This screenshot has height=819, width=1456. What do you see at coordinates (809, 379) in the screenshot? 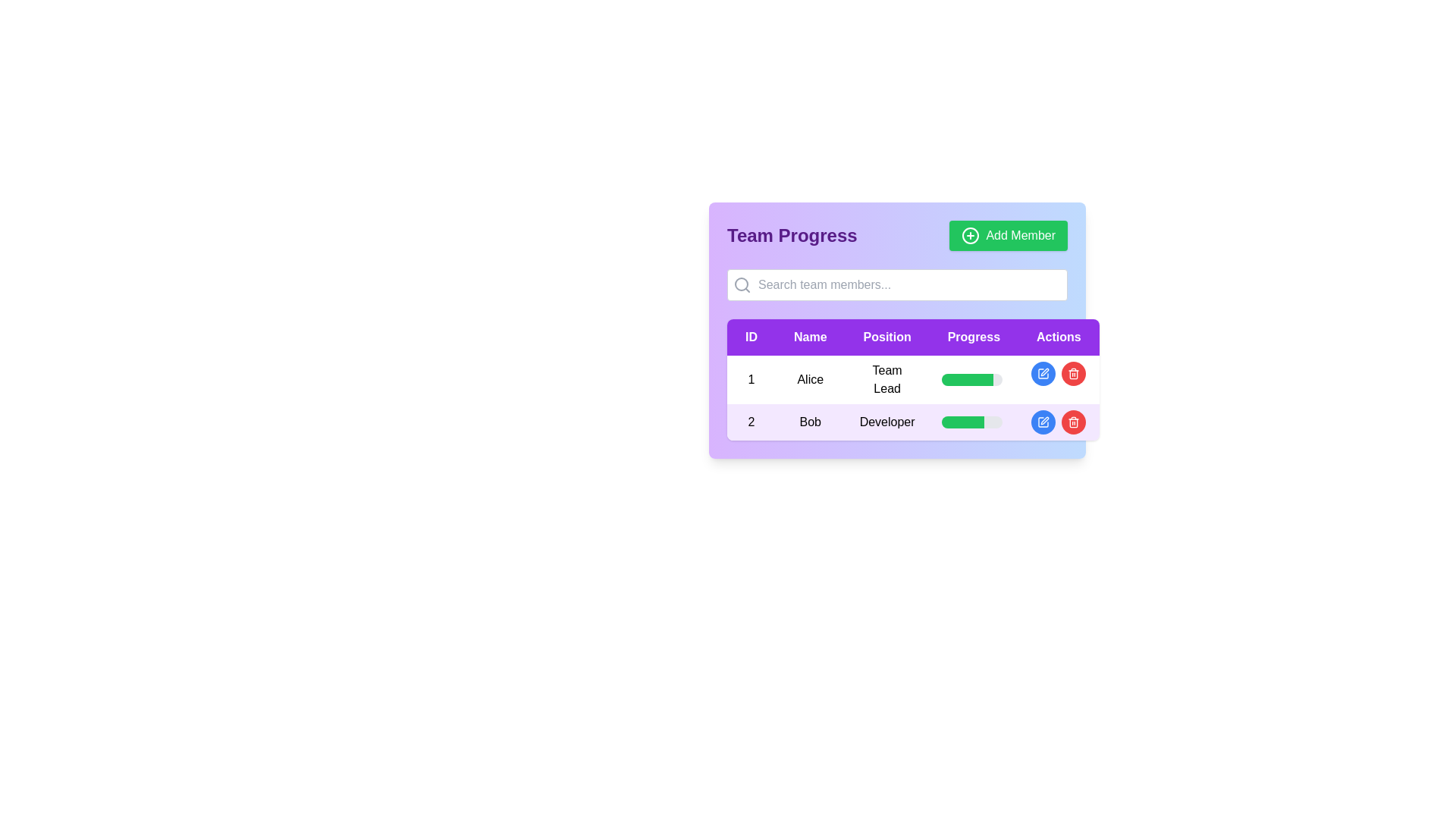
I see `the static text label displaying 'Alice' in the 'Name' column of the first row of the table layout` at bounding box center [809, 379].